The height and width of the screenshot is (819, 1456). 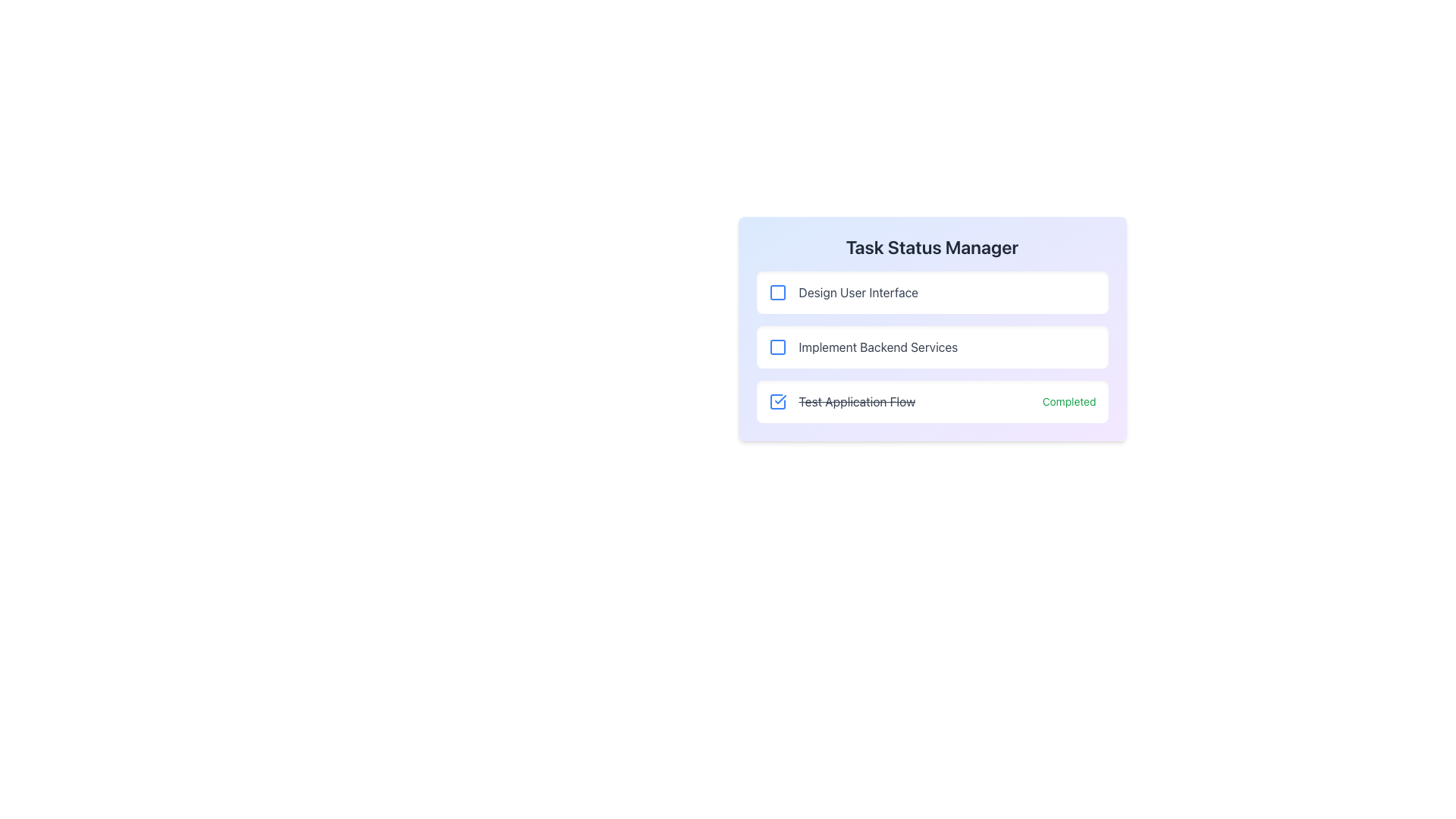 I want to click on the checkbox in the task list item labeled 'Design User Interface', so click(x=931, y=292).